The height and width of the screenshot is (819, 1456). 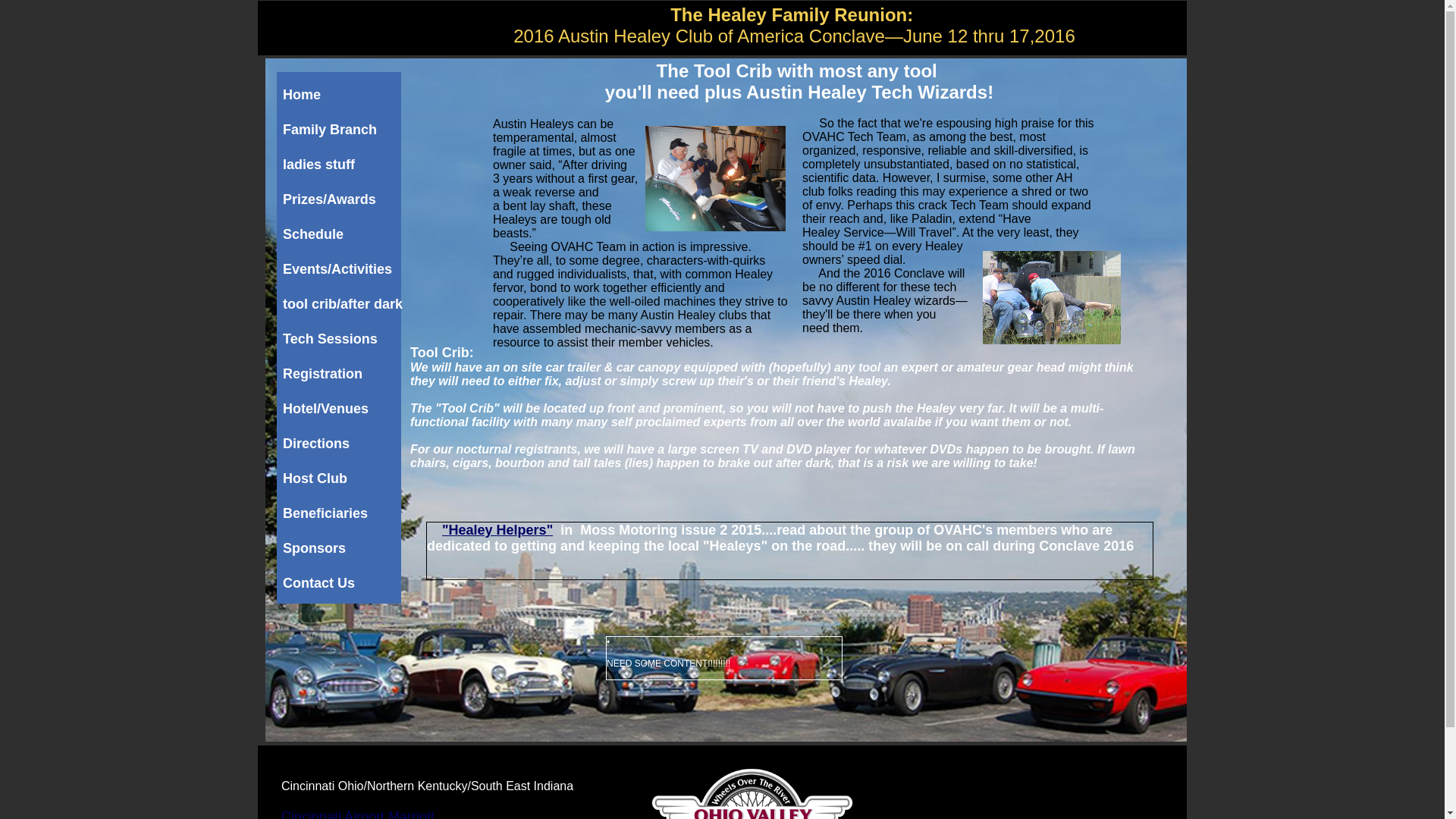 What do you see at coordinates (341, 234) in the screenshot?
I see `'Schedule'` at bounding box center [341, 234].